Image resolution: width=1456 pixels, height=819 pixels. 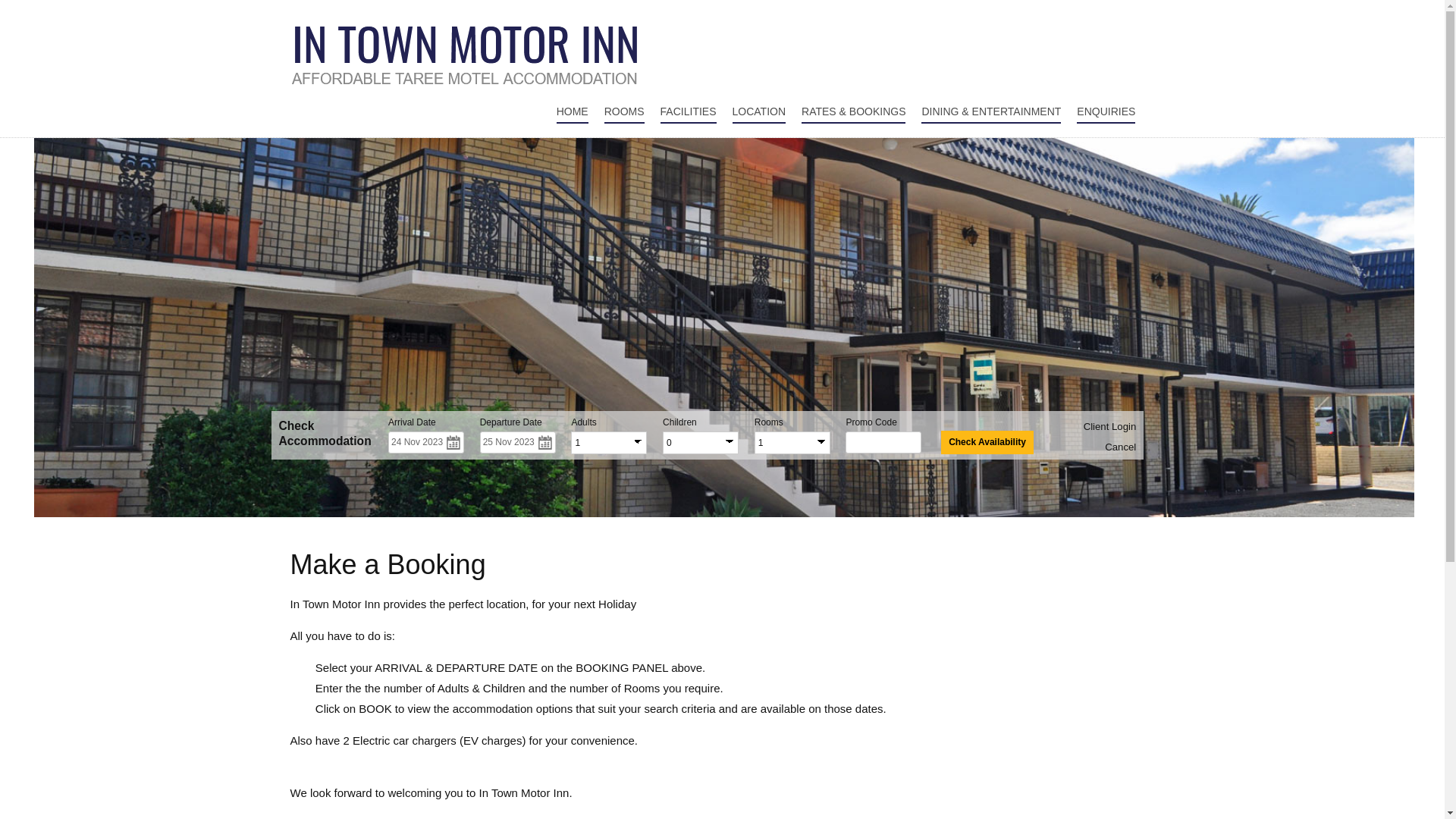 What do you see at coordinates (687, 111) in the screenshot?
I see `'FACILITIES'` at bounding box center [687, 111].